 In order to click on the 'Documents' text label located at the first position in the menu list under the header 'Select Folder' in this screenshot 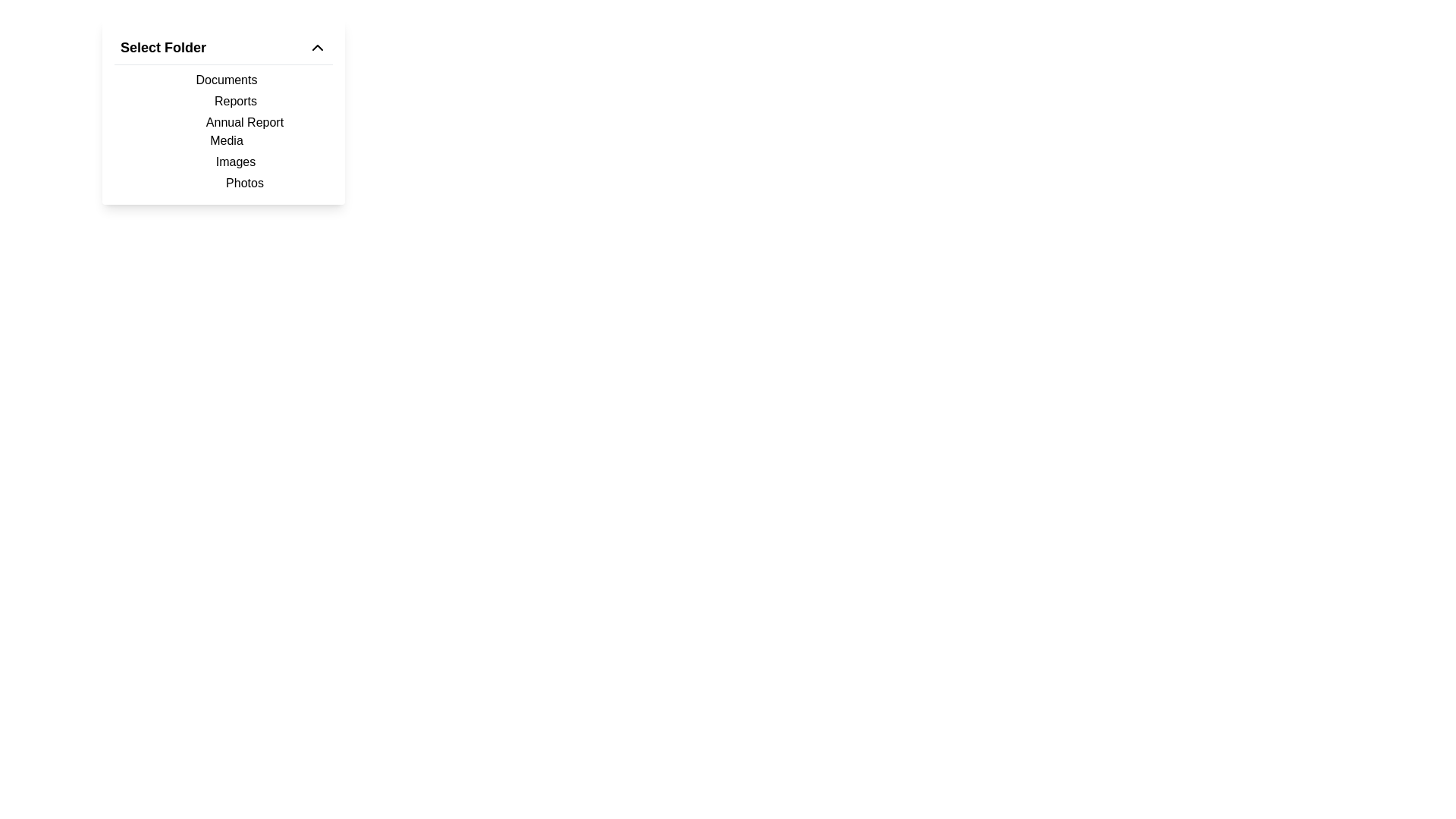, I will do `click(225, 80)`.